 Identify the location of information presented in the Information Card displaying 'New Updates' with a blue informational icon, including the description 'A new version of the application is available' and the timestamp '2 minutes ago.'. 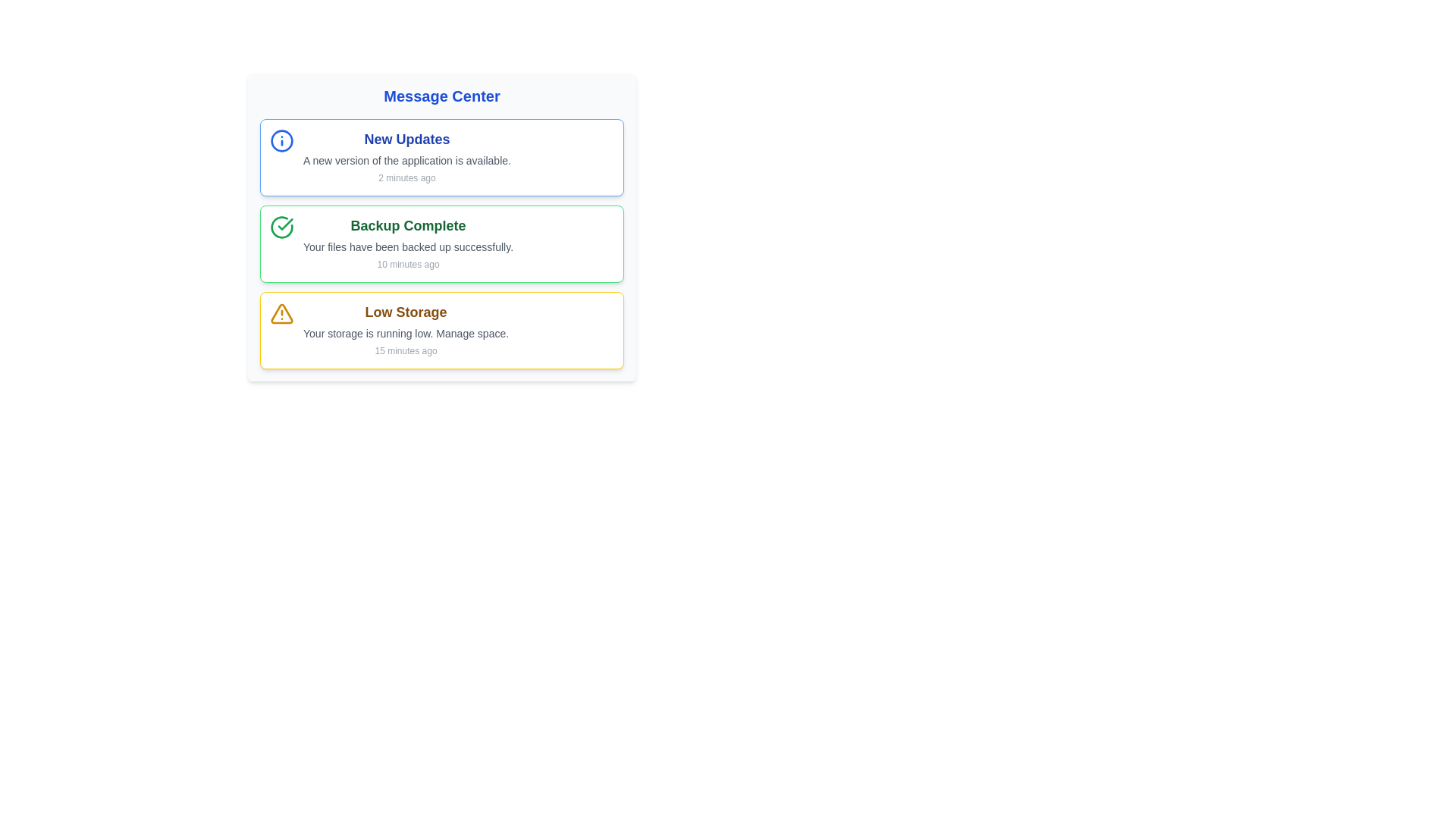
(390, 158).